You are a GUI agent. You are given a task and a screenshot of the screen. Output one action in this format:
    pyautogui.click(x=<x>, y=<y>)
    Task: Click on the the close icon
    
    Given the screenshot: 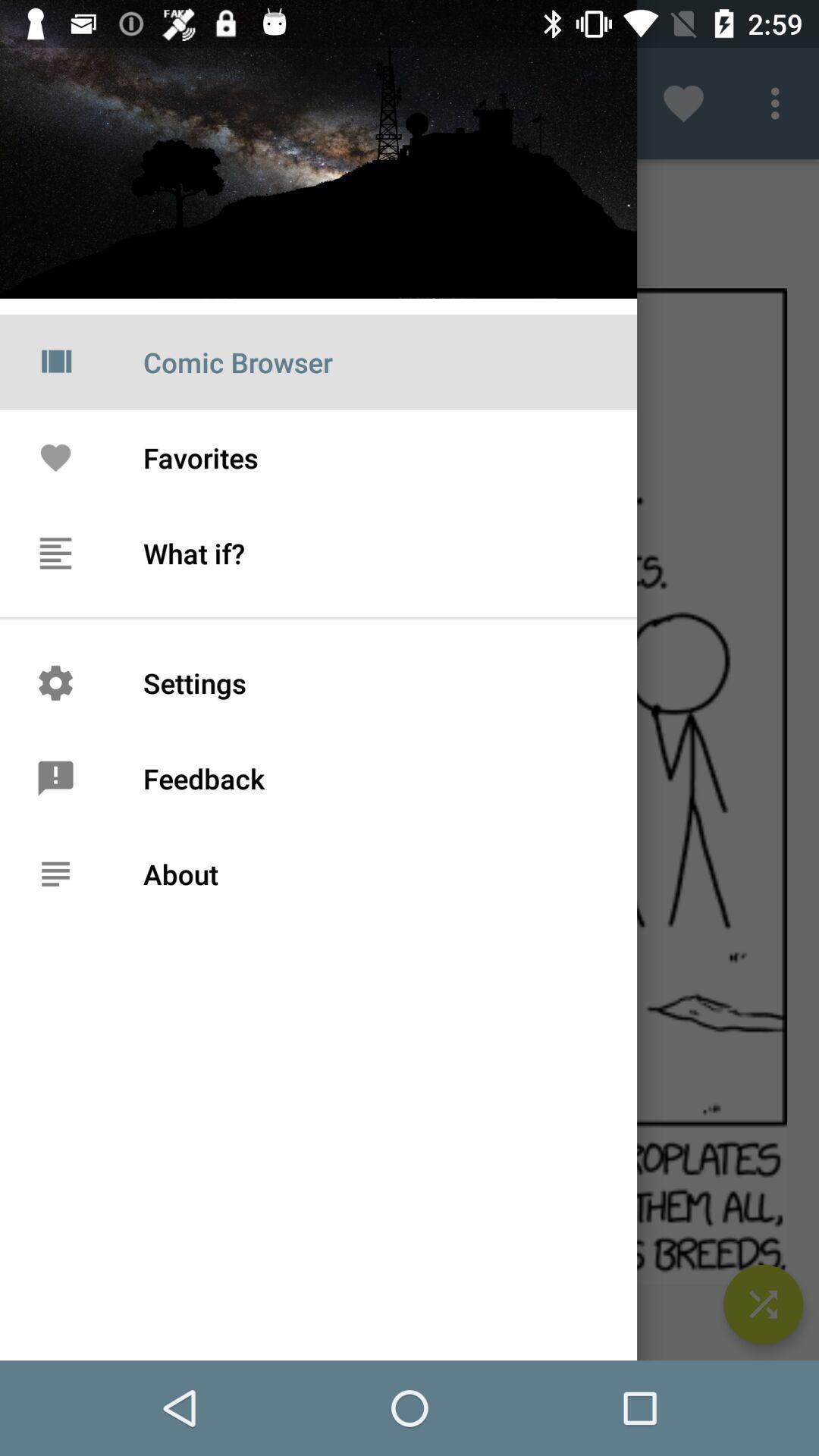 What is the action you would take?
    pyautogui.click(x=763, y=1304)
    